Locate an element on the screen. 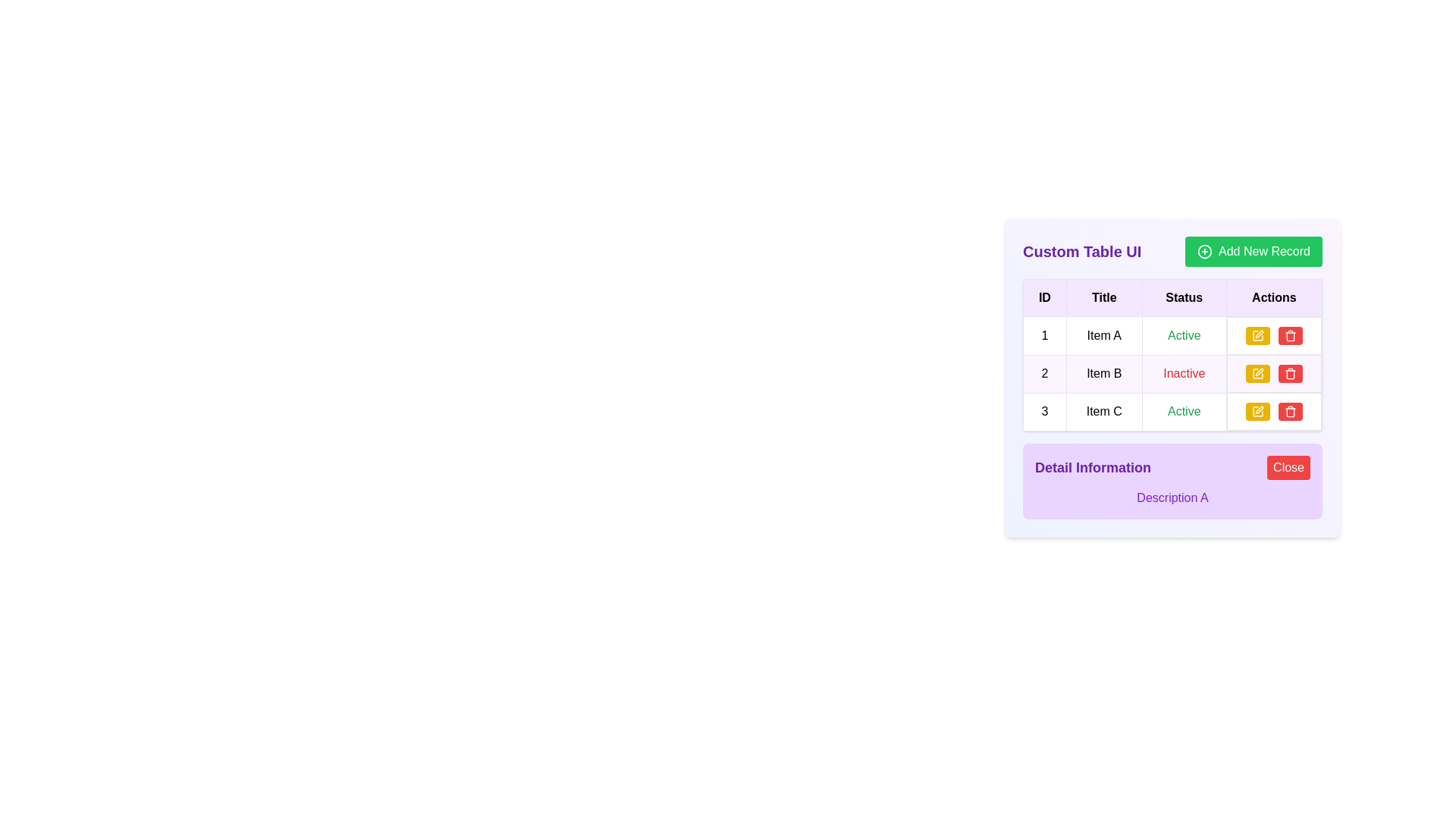 This screenshot has width=1456, height=819. the 'Status' text label in the third row of the table that indicates the active status of the associated item is located at coordinates (1183, 412).